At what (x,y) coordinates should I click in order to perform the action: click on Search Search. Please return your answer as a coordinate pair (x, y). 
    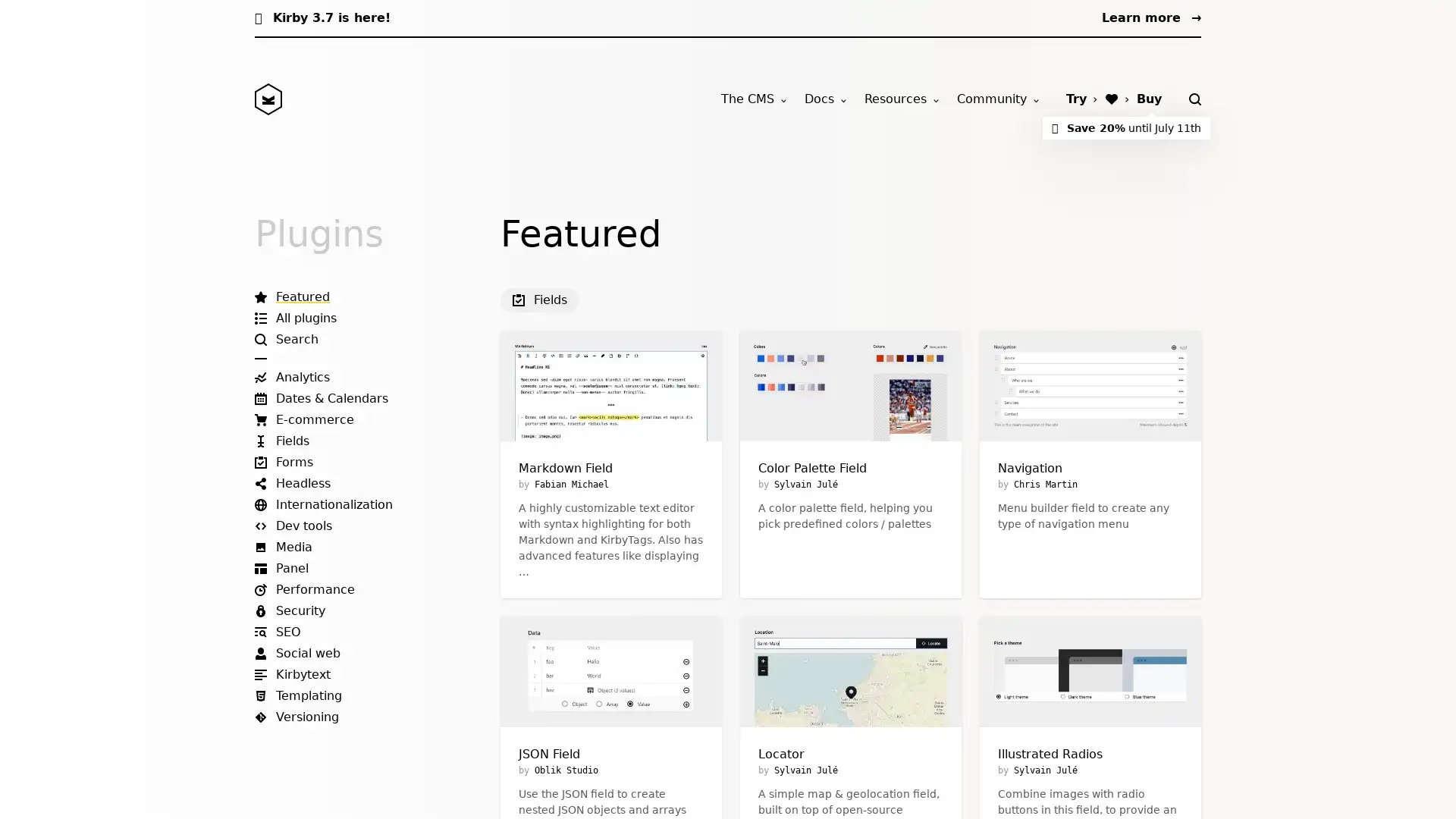
    Looking at the image, I should click on (287, 338).